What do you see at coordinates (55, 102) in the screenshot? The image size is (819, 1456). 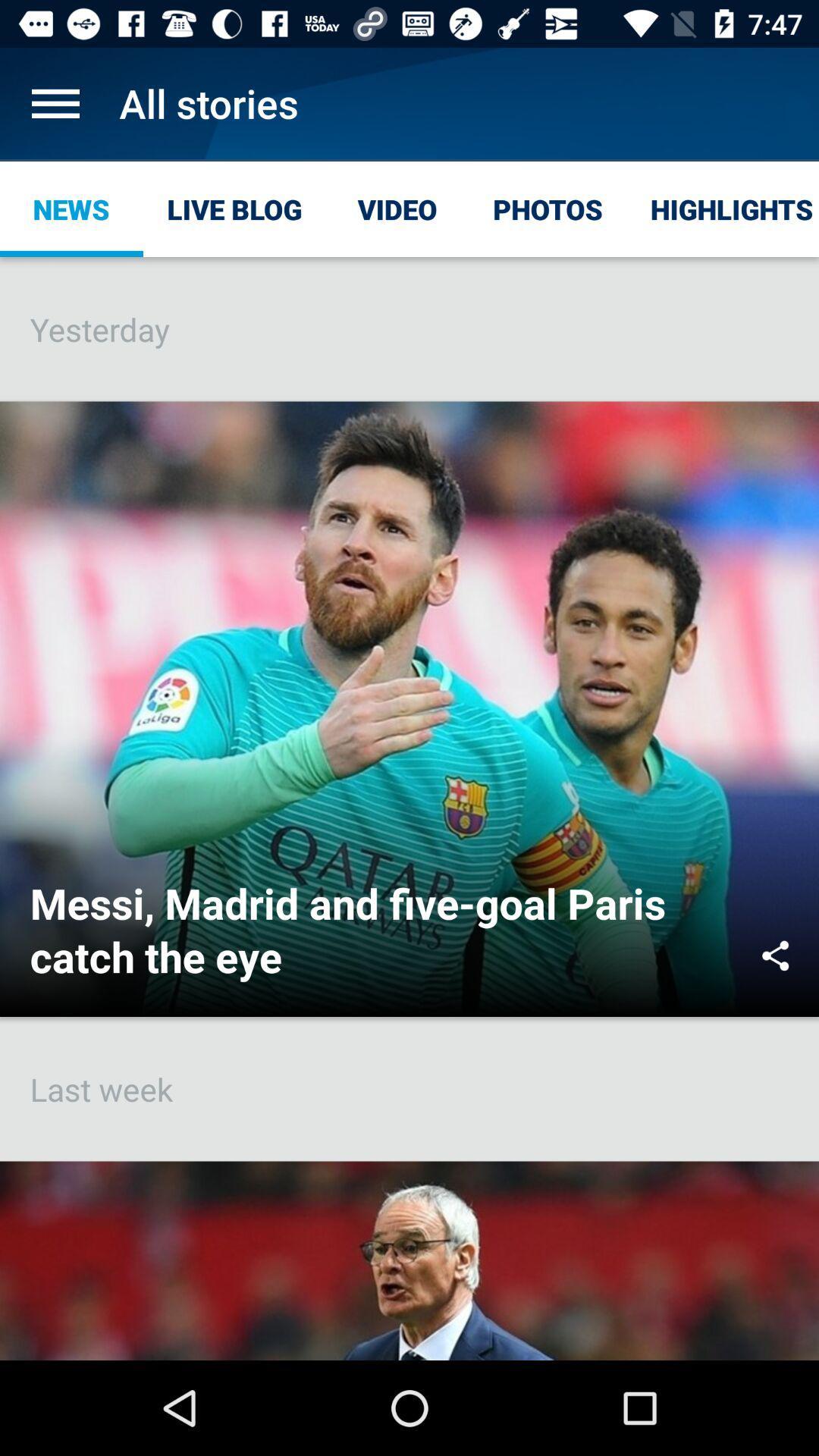 I see `icon to the left of the all stories` at bounding box center [55, 102].